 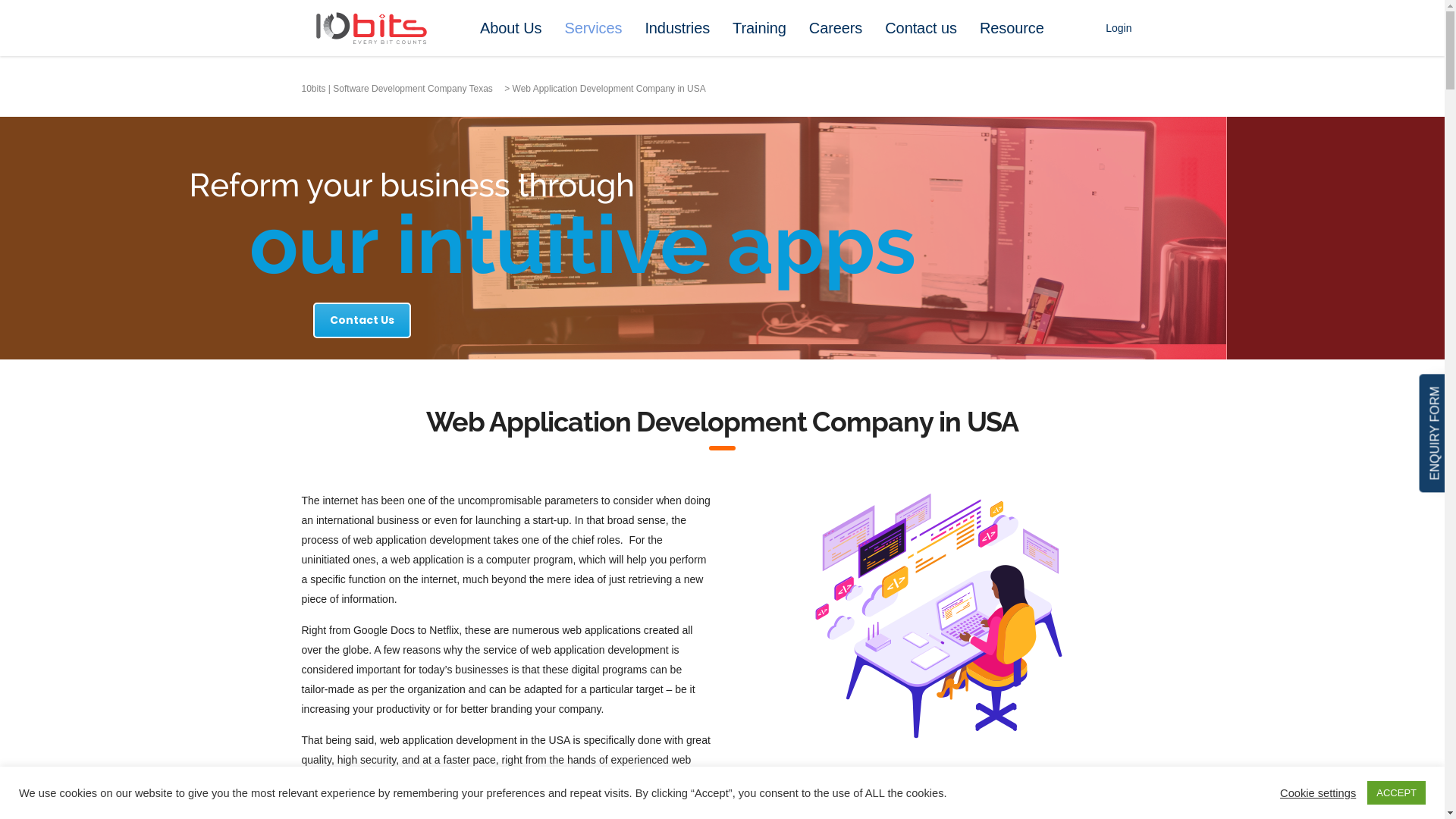 I want to click on 'Cookie settings', so click(x=1316, y=792).